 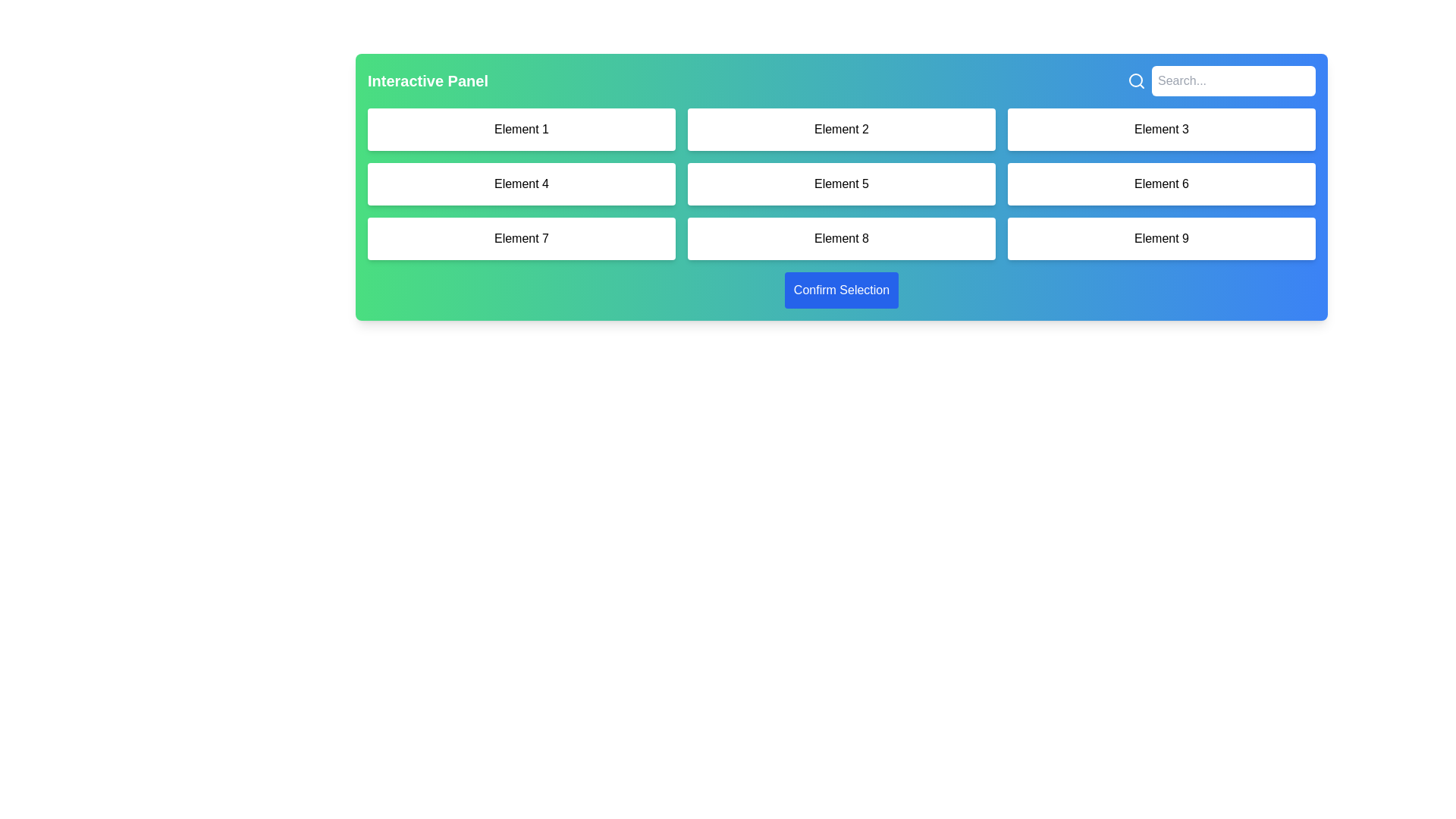 I want to click on the button labeled 'Element 3', which is a rectangular button with rounded corners located in the top-right corner of a three-column grid layout, so click(x=1160, y=128).